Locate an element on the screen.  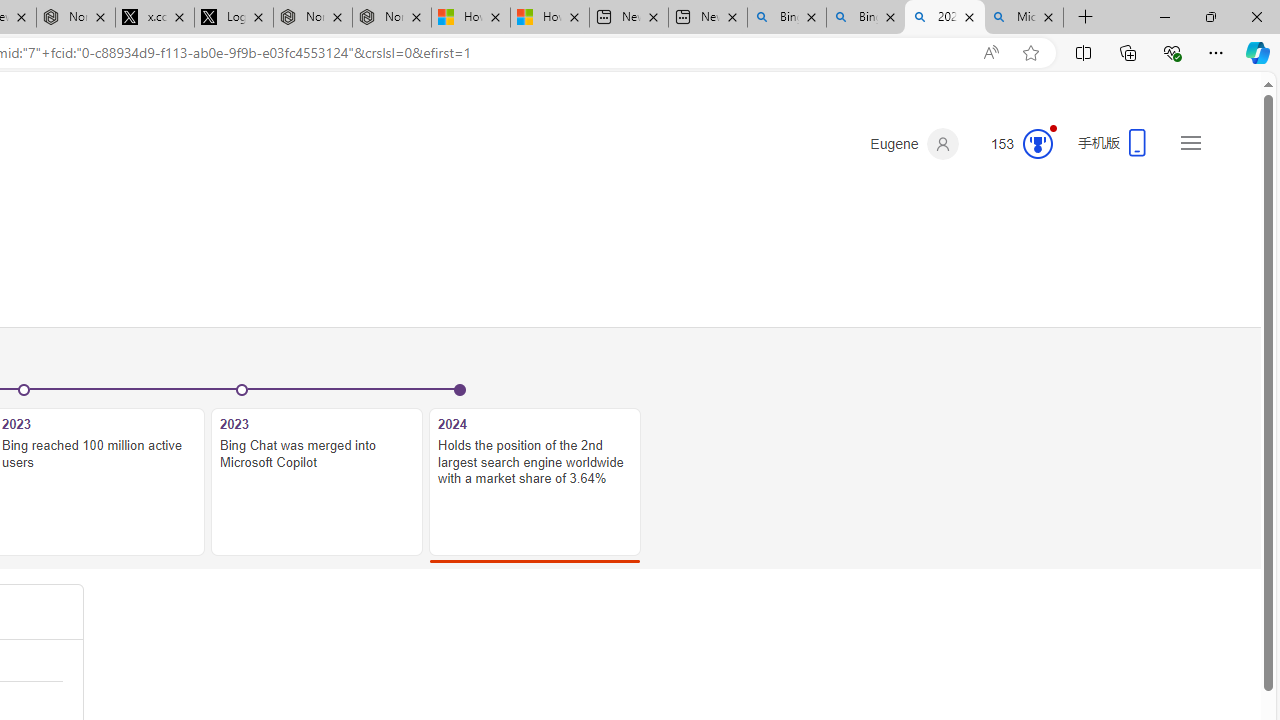
'2023Bing Chat was merged into Microsoft Copilot' is located at coordinates (316, 471).